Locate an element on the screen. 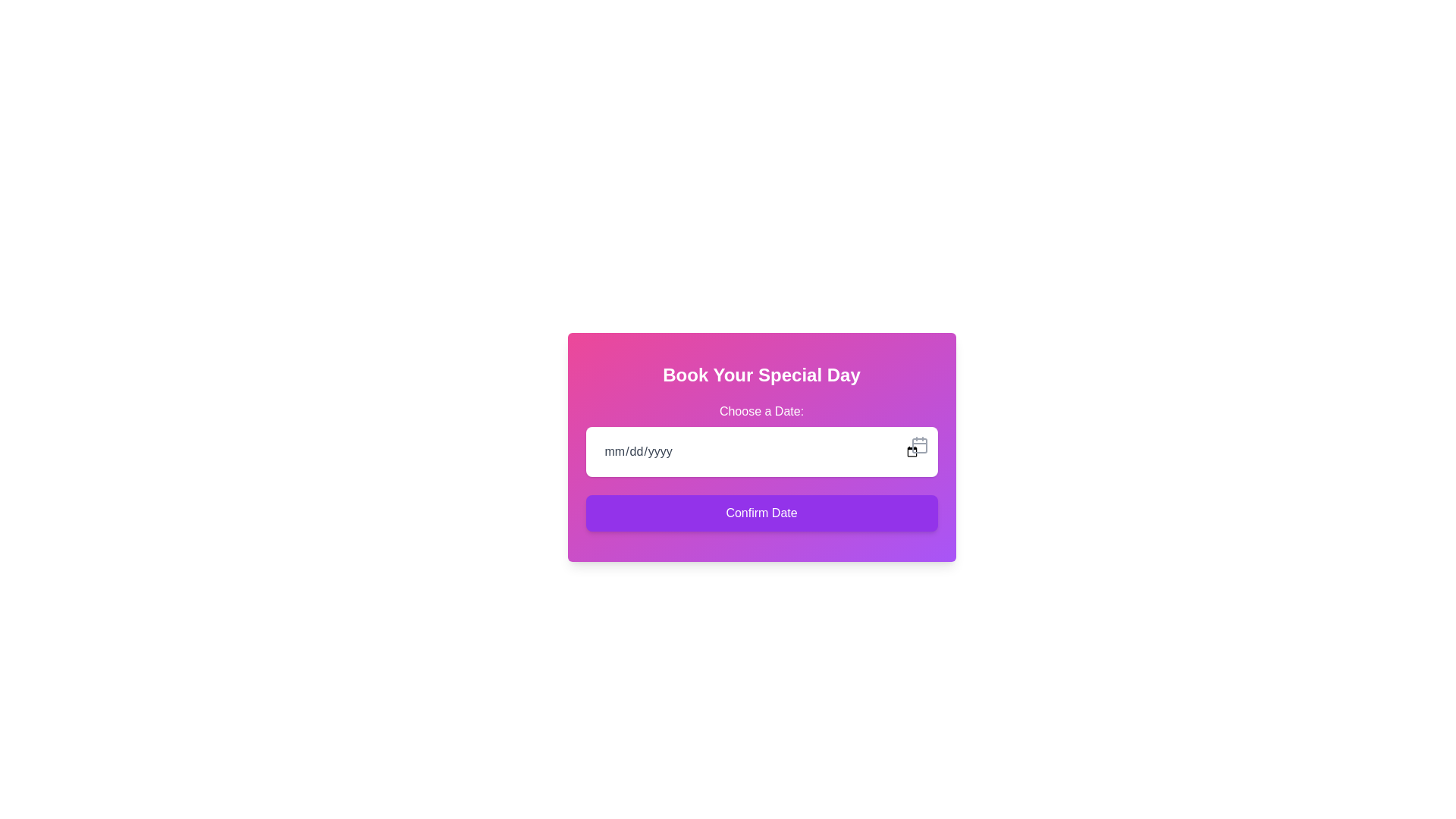 The image size is (1456, 819). the calendar icon, which is a minimalistic gray SVG graphic located at the top-right corner inside a date input field is located at coordinates (918, 444).